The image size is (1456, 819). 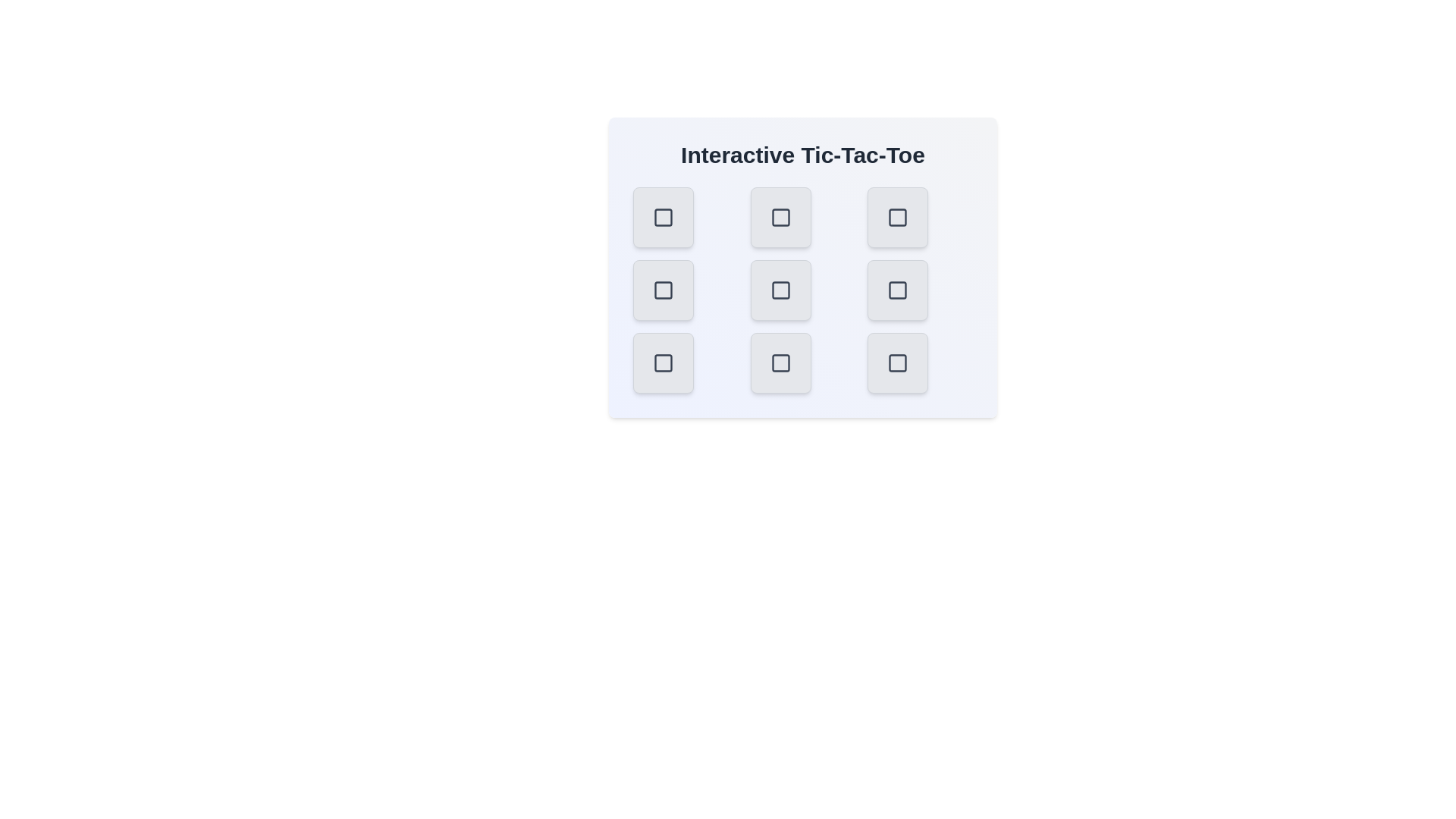 What do you see at coordinates (663, 290) in the screenshot?
I see `the button at middle-left` at bounding box center [663, 290].